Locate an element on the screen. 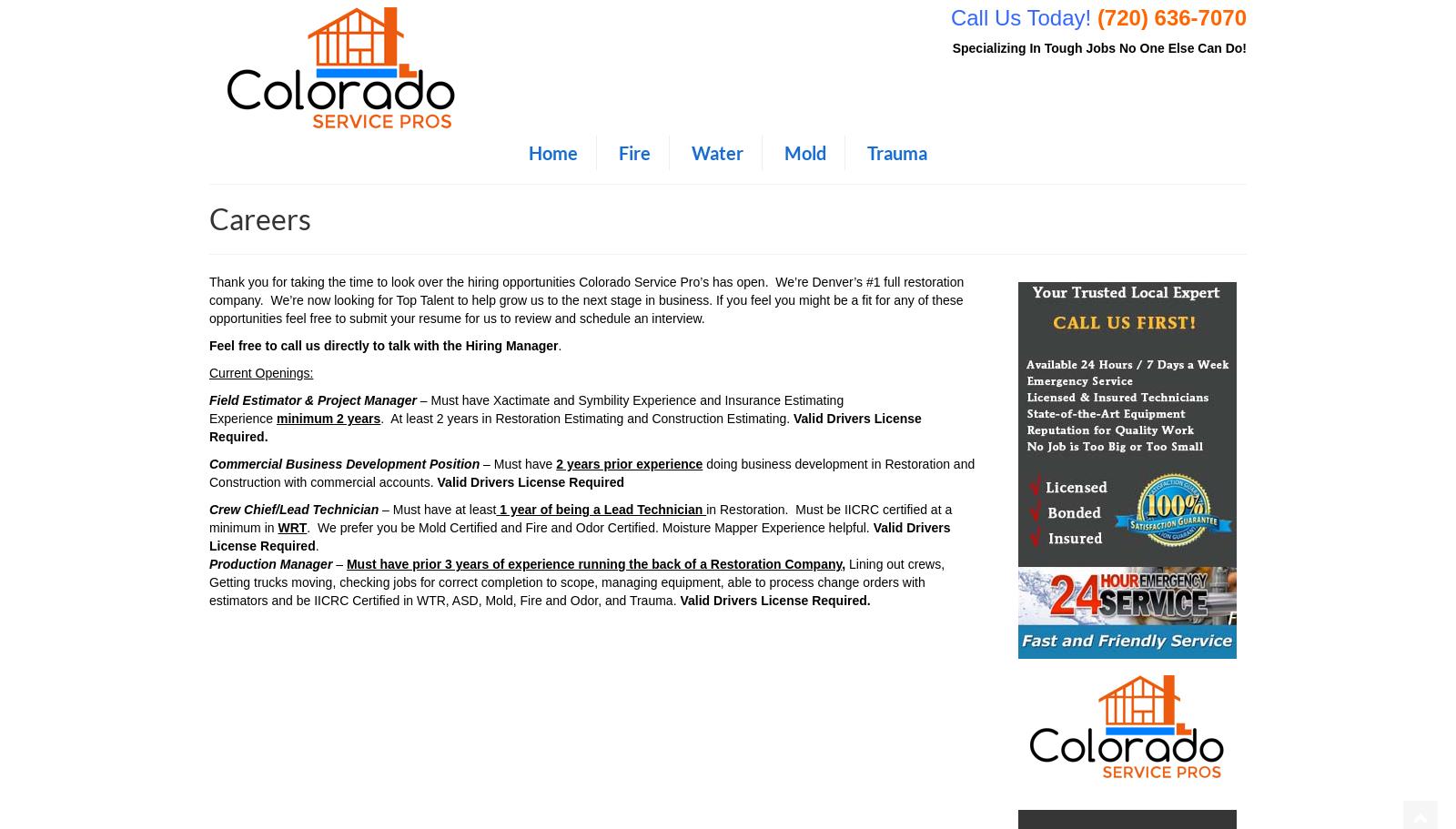  '(720) 636-7070' is located at coordinates (1170, 17).